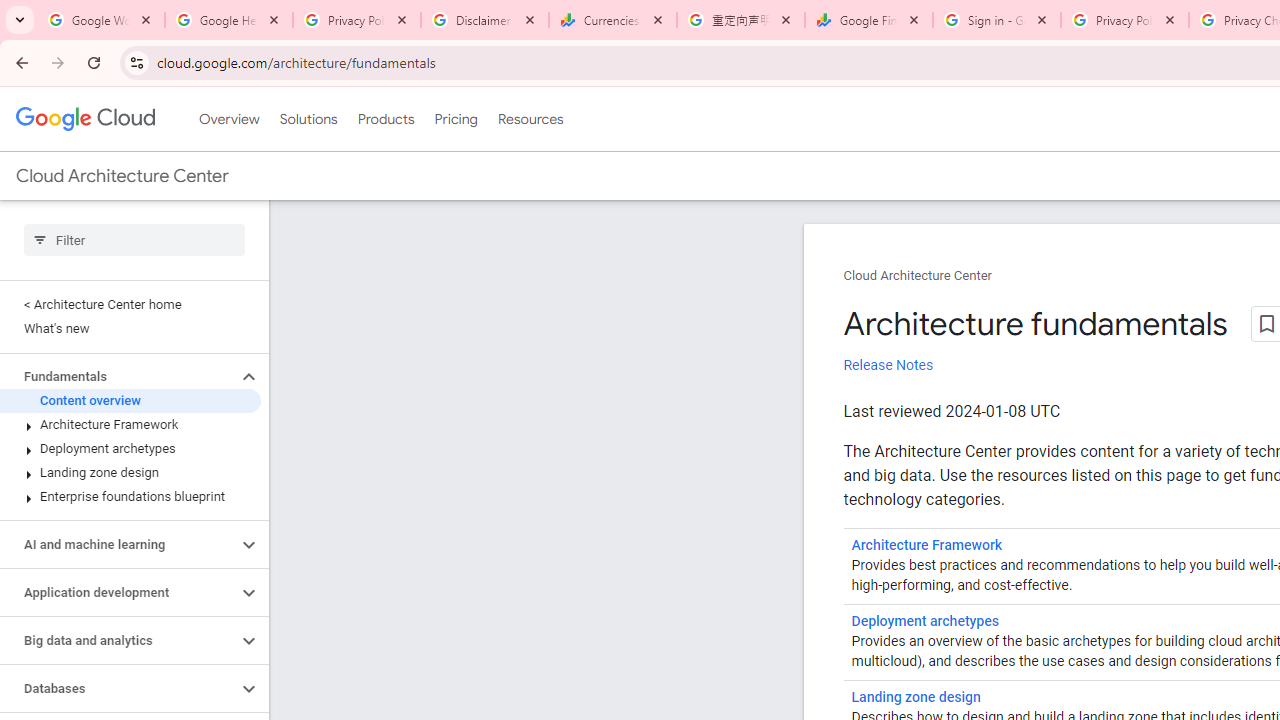 The image size is (1280, 720). What do you see at coordinates (129, 304) in the screenshot?
I see `'< Architecture Center home'` at bounding box center [129, 304].